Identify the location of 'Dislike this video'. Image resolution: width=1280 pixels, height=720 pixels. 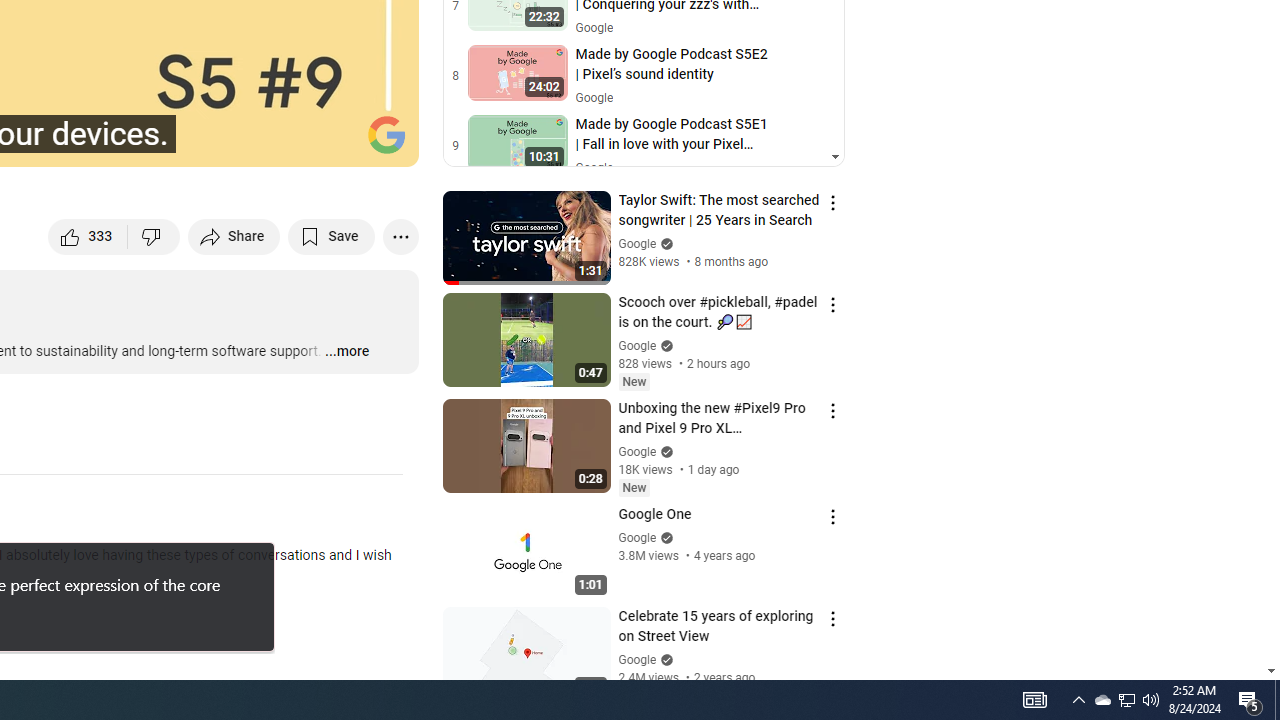
(153, 235).